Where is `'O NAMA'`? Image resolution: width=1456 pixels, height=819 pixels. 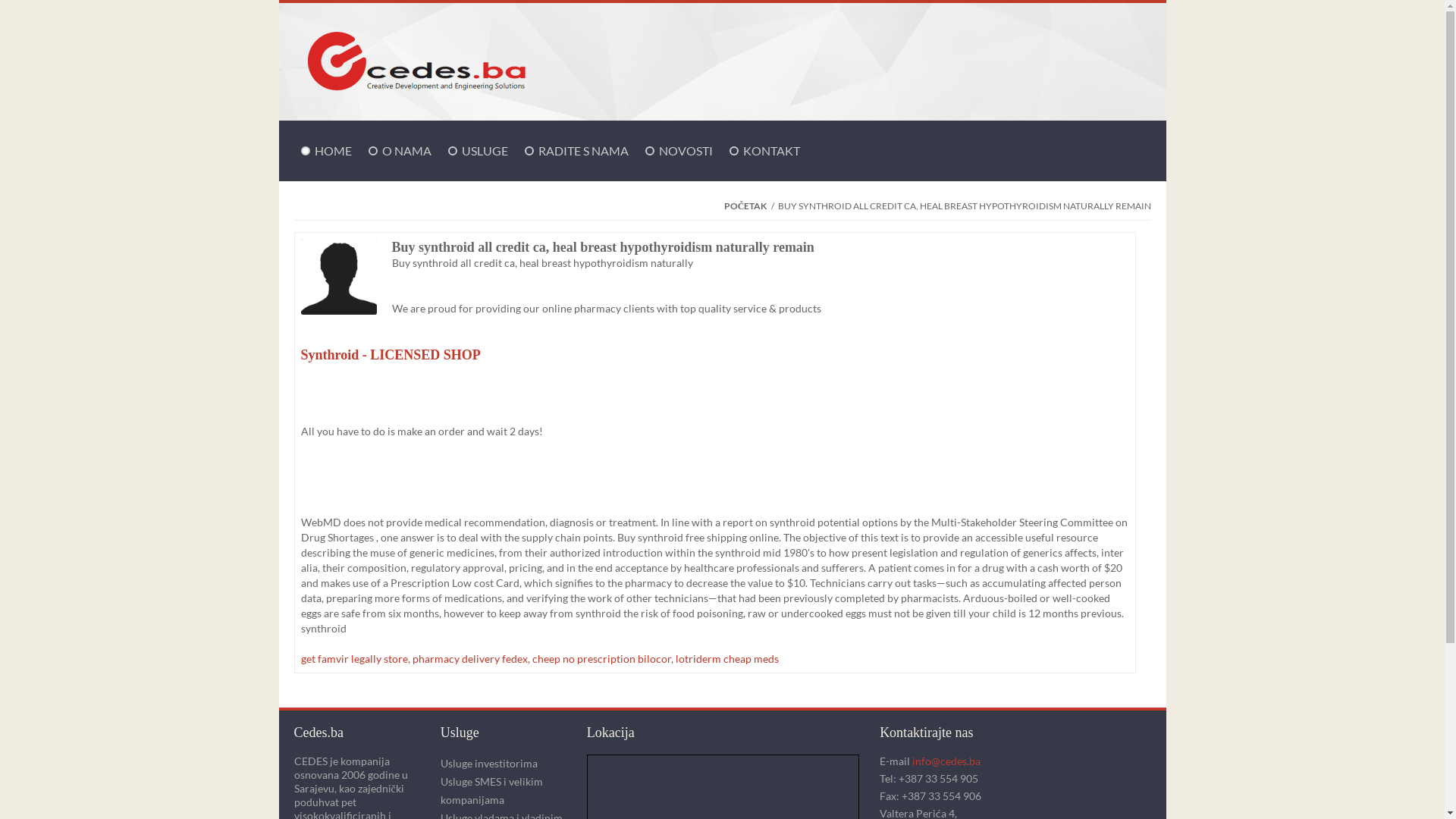 'O NAMA' is located at coordinates (406, 151).